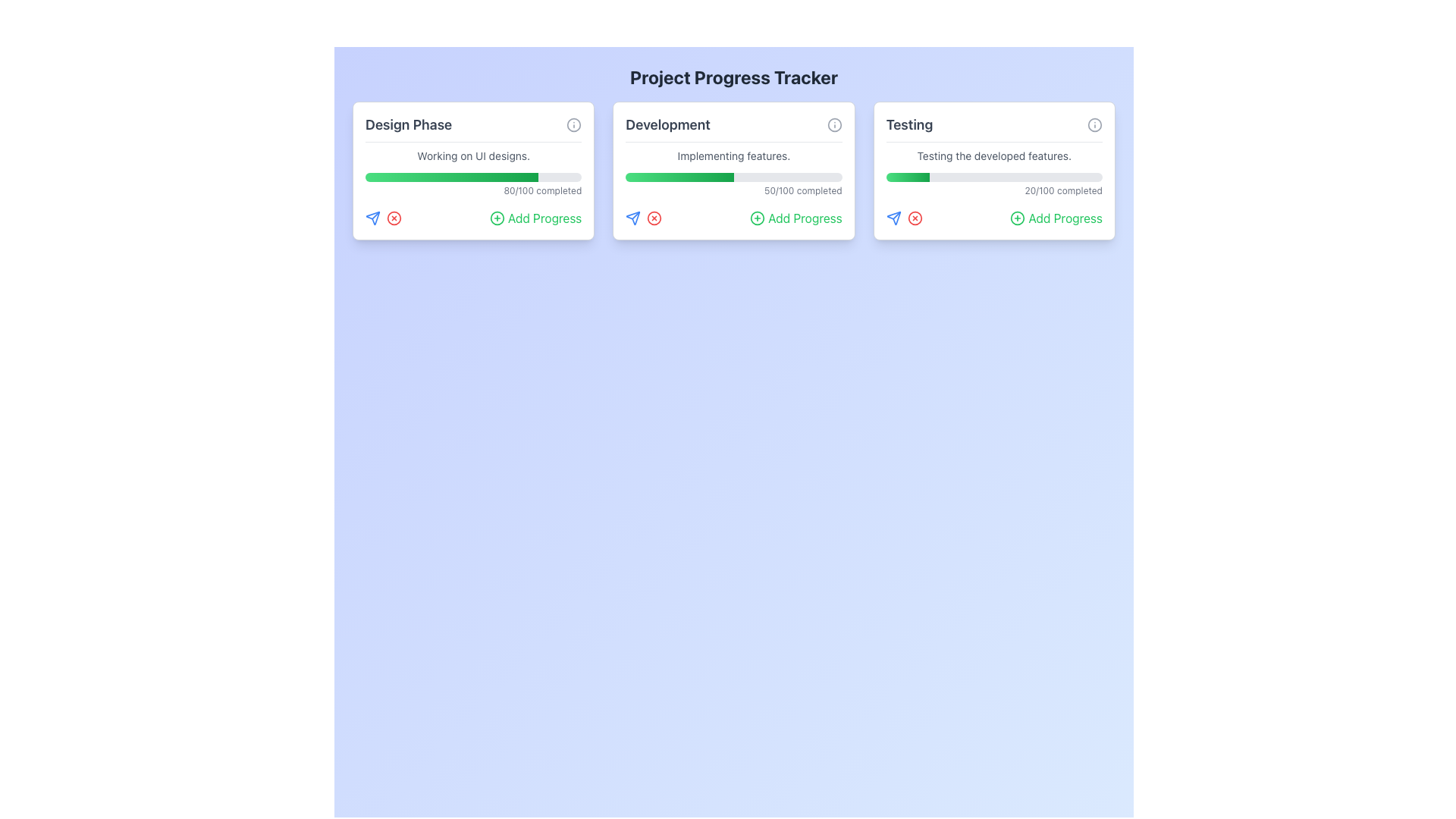  I want to click on the button for the 'Design Phase' task located at the bottom of the card to trigger a tooltip or styling change, so click(535, 218).